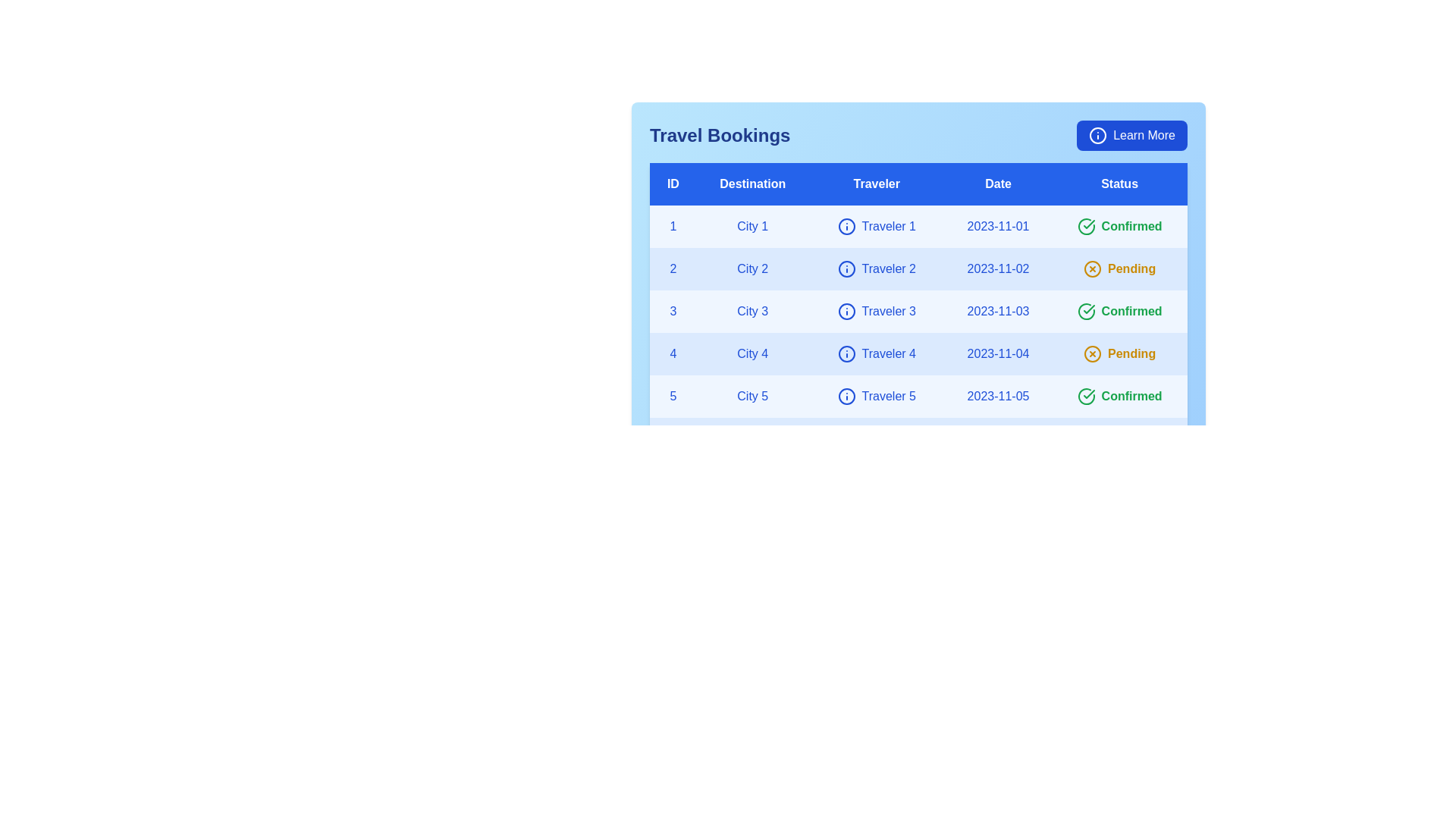 This screenshot has height=819, width=1456. What do you see at coordinates (846, 227) in the screenshot?
I see `the 'Info' icon next to the traveler's name for traveler 1` at bounding box center [846, 227].